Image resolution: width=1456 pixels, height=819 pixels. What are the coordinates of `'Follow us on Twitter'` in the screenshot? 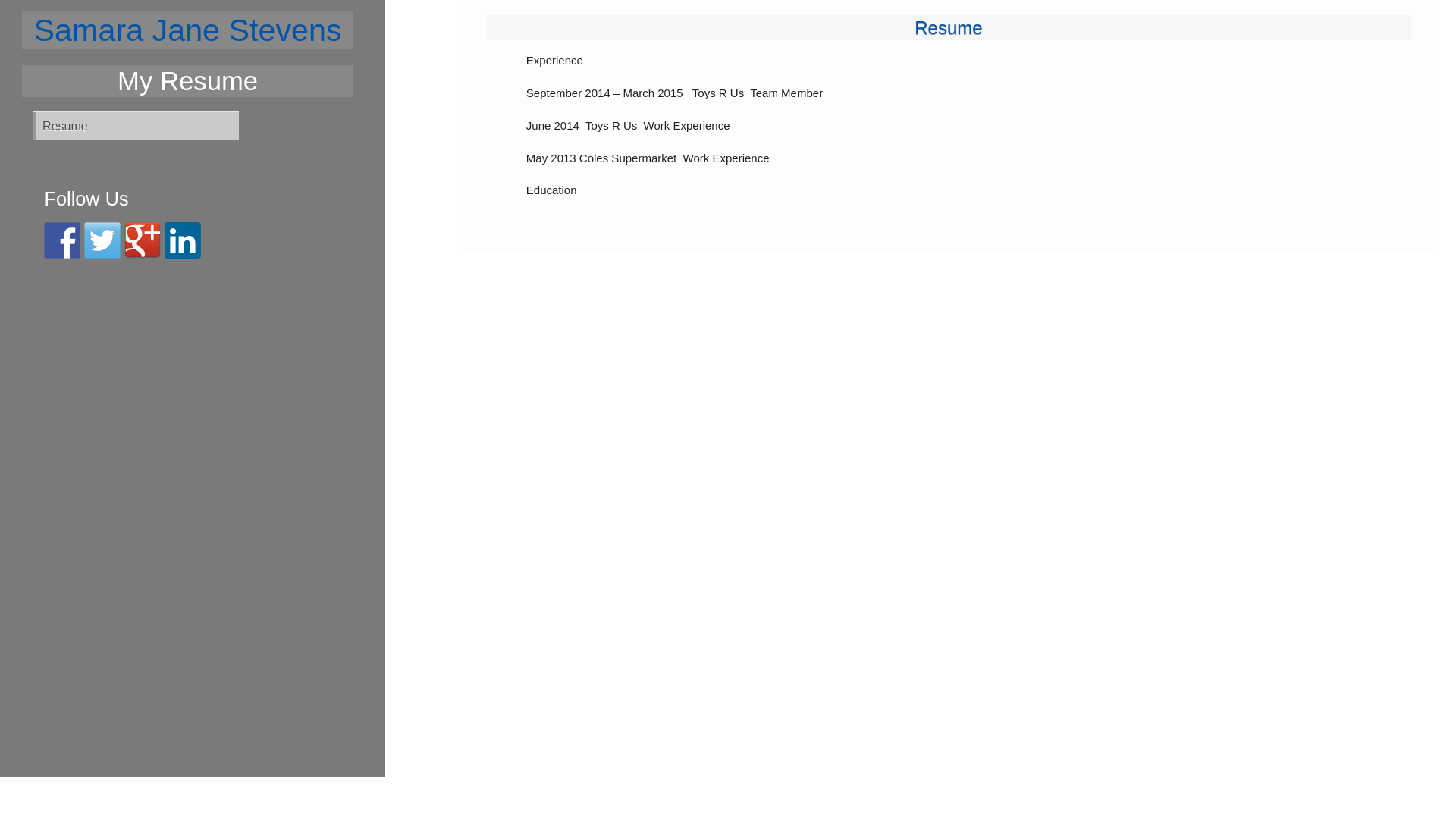 It's located at (101, 239).